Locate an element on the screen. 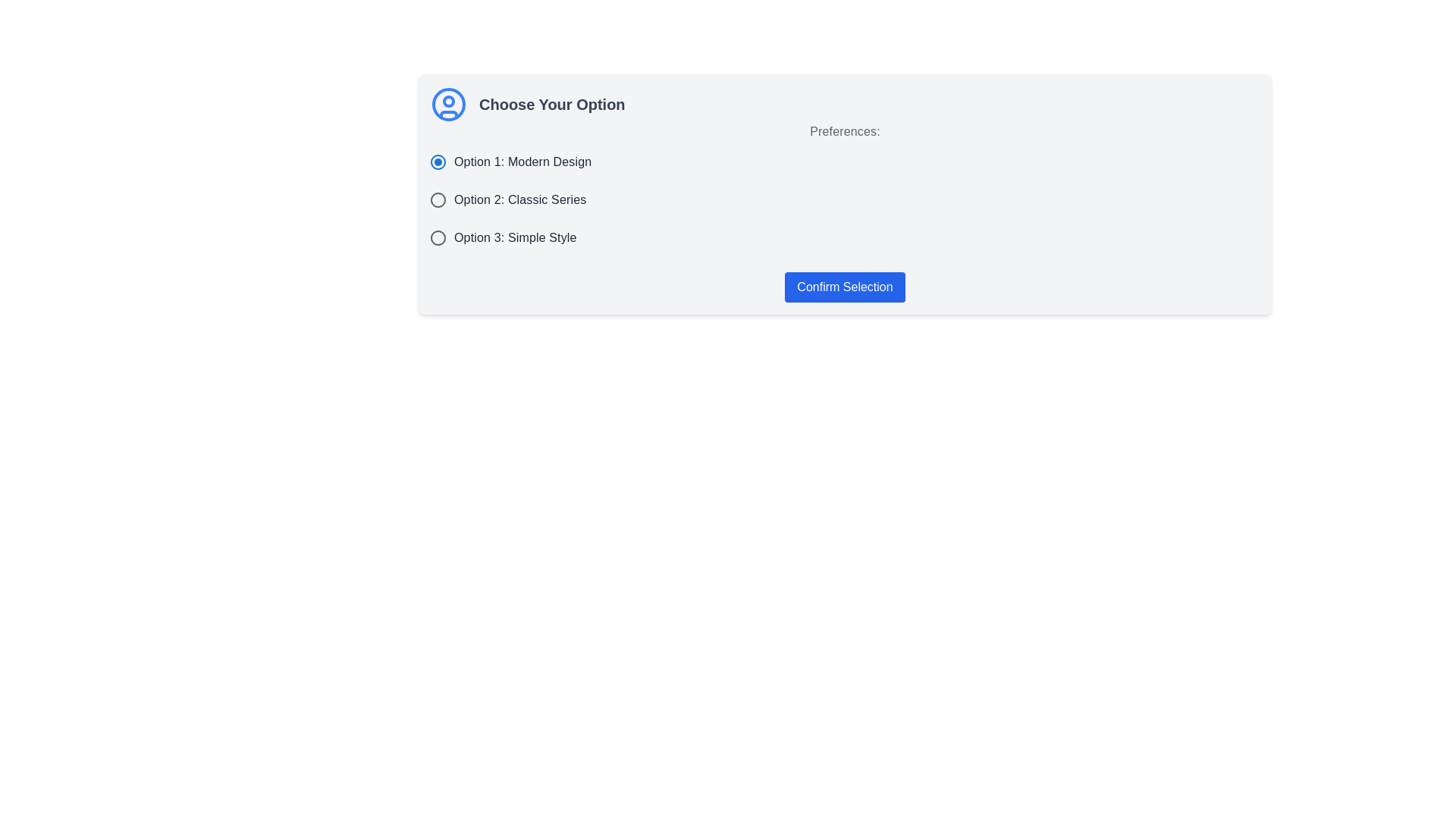  the first radio button for 'Option 1: Modern Design' is located at coordinates (437, 162).